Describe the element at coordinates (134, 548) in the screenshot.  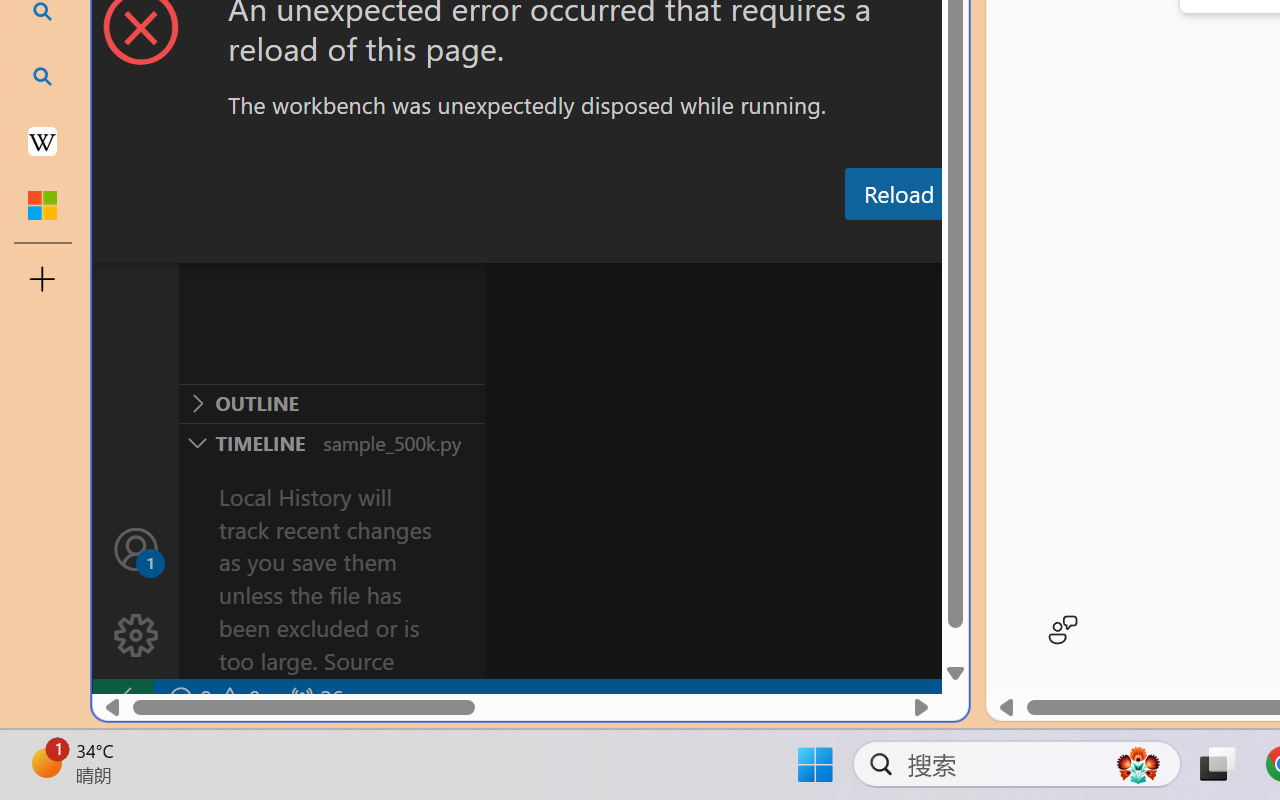
I see `'Accounts - Sign in requested'` at that location.